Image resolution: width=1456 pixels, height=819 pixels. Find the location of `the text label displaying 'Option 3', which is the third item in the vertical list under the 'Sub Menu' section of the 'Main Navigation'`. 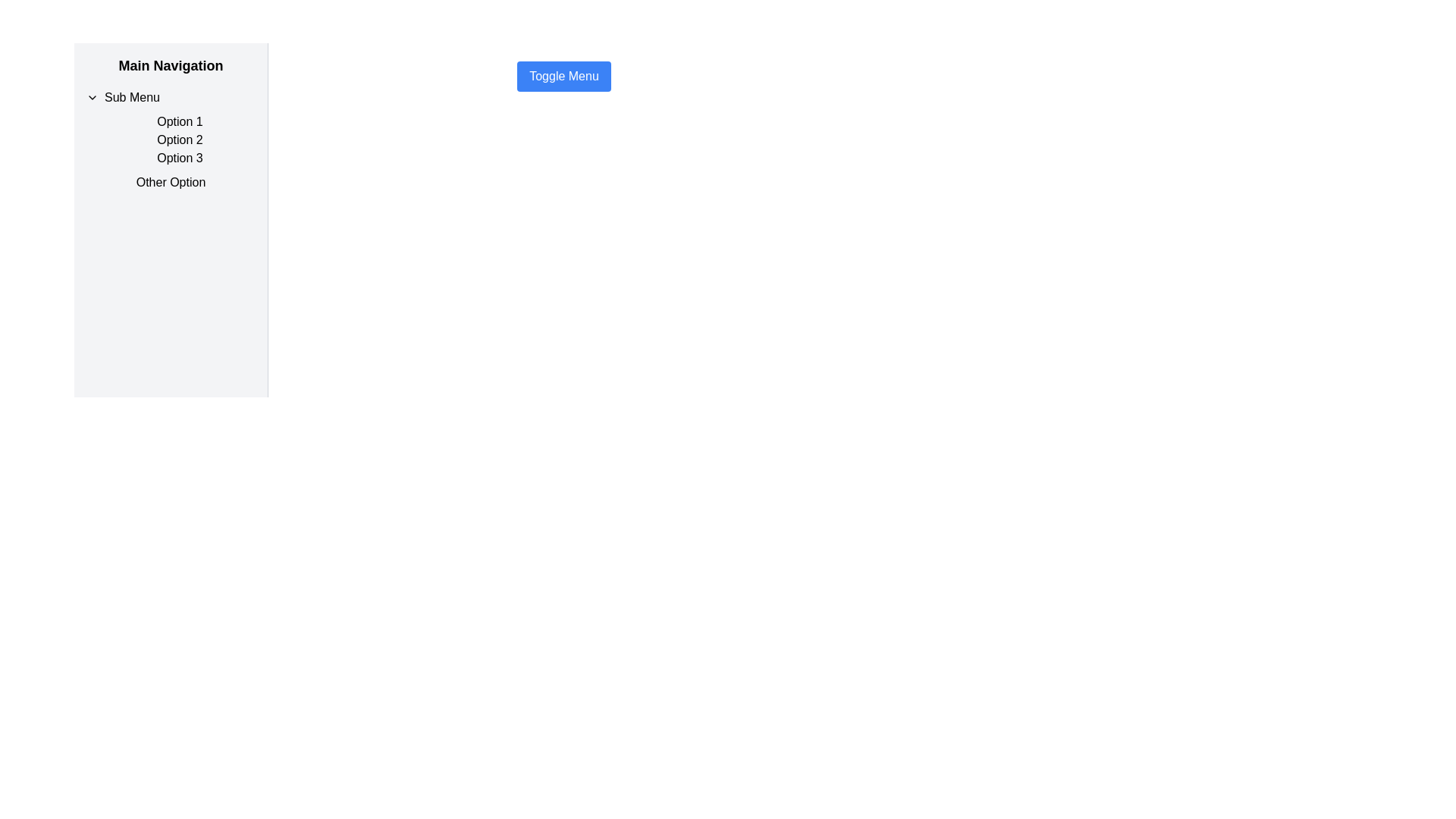

the text label displaying 'Option 3', which is the third item in the vertical list under the 'Sub Menu' section of the 'Main Navigation' is located at coordinates (180, 158).